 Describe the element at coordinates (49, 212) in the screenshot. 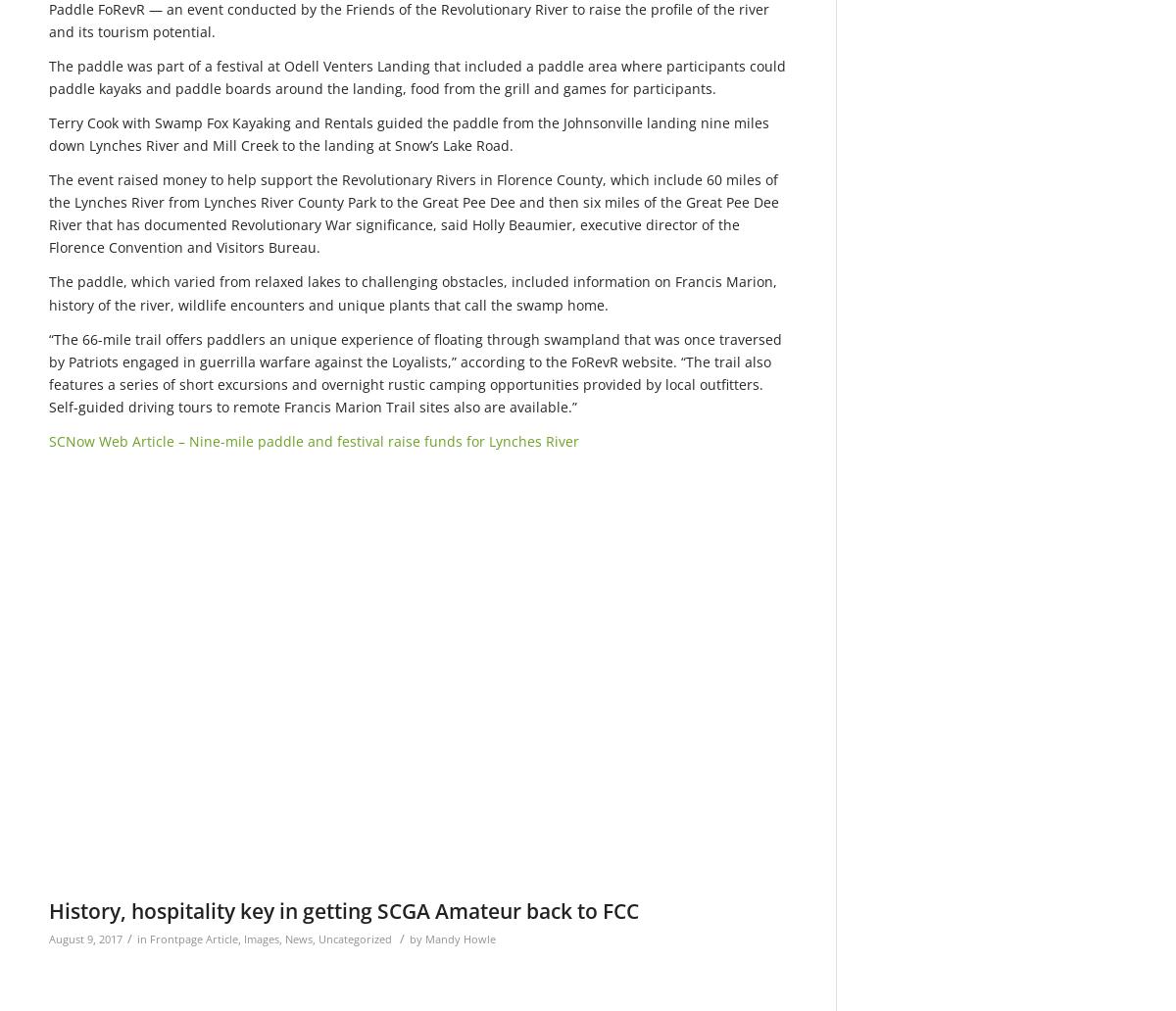

I see `'The event raised money to help support the Revolutionary Rivers in Florence County, which include 60 miles of the Lynches River from Lynches River County Park to the Great Pee Dee and then six miles of the Great Pee Dee River that has documented Revolutionary War significance, said Holly Beaumier, executive director of the Florence Convention and Visitors Bureau.'` at that location.